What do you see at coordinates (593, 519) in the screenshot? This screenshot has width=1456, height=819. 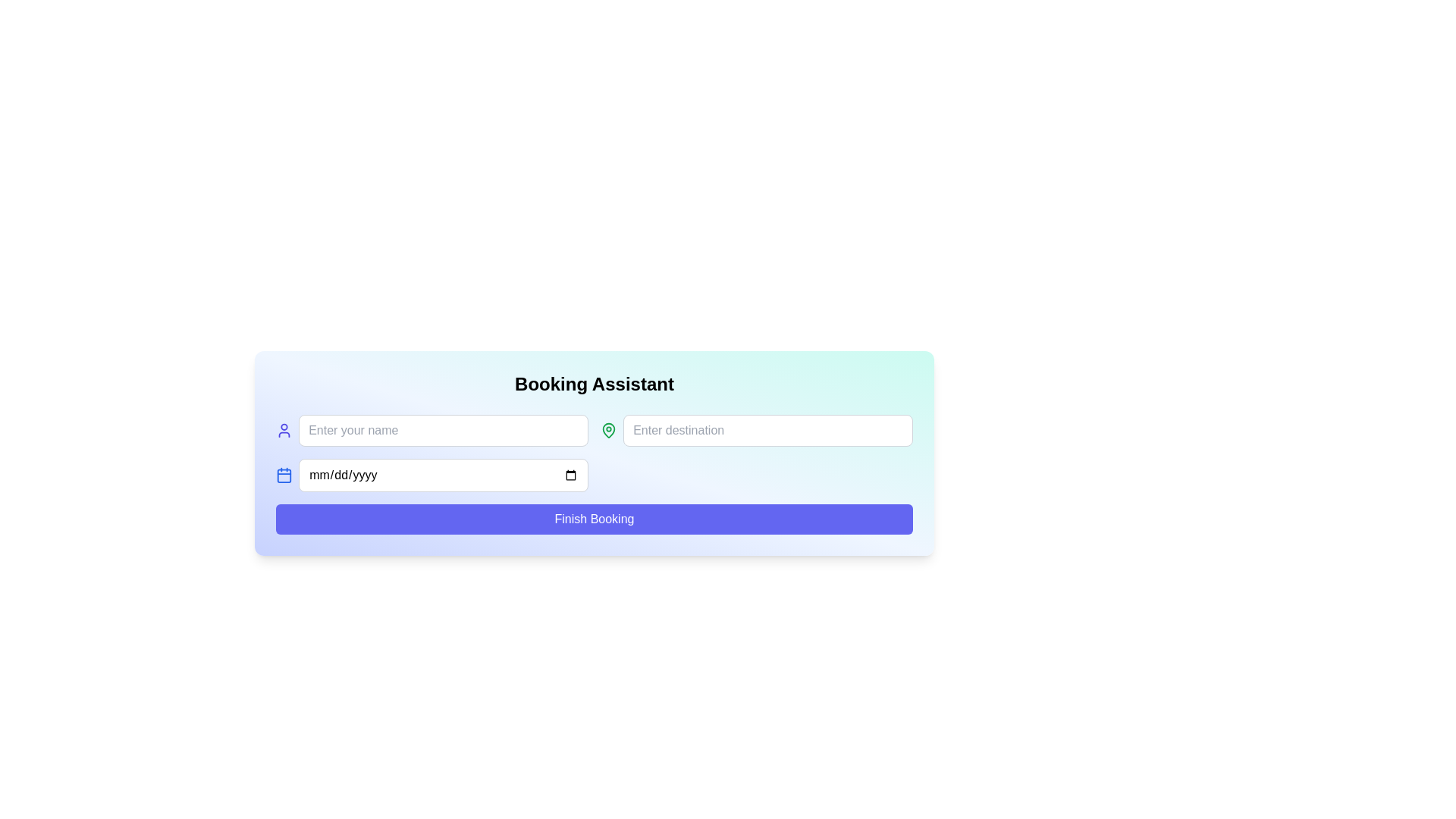 I see `the 'Finalize Booking' button located at the bottom of the 'Booking Assistant' form to trigger a background color change` at bounding box center [593, 519].